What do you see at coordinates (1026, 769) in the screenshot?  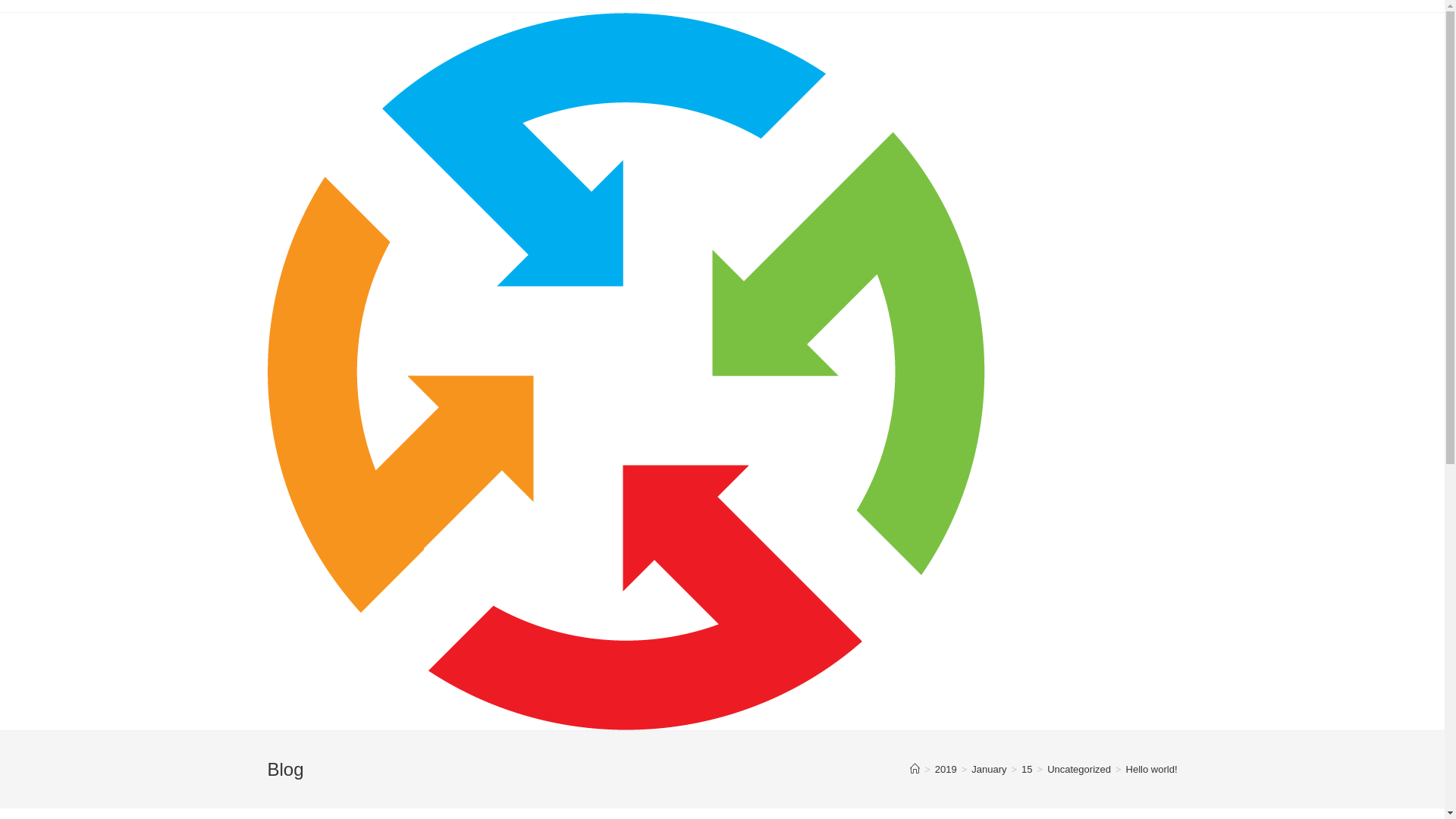 I see `'15'` at bounding box center [1026, 769].